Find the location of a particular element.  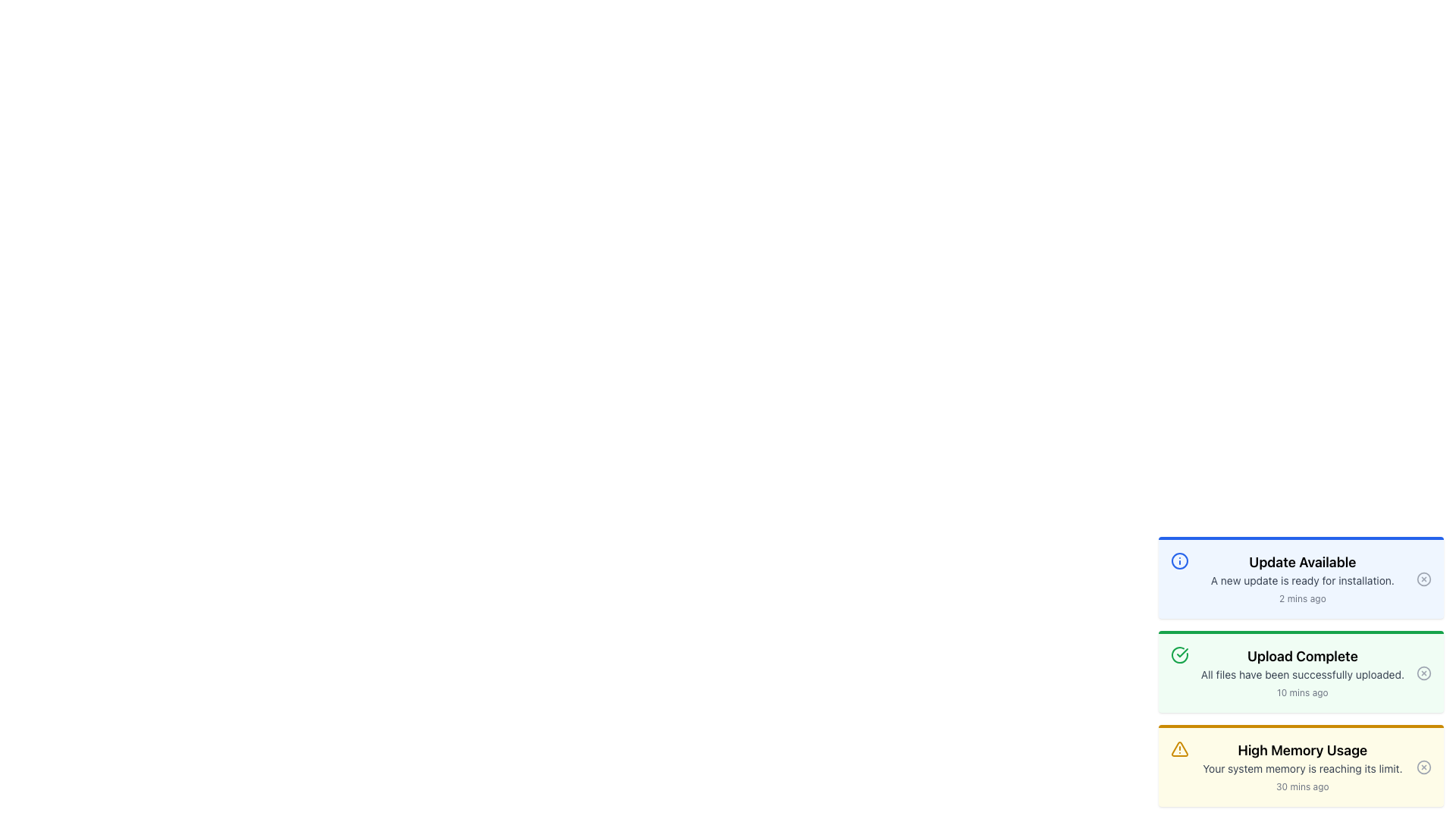

the notification box with a green header titled 'Upload Complete' which is the second notification from the top in the bottom-right corner of the interface is located at coordinates (1300, 671).